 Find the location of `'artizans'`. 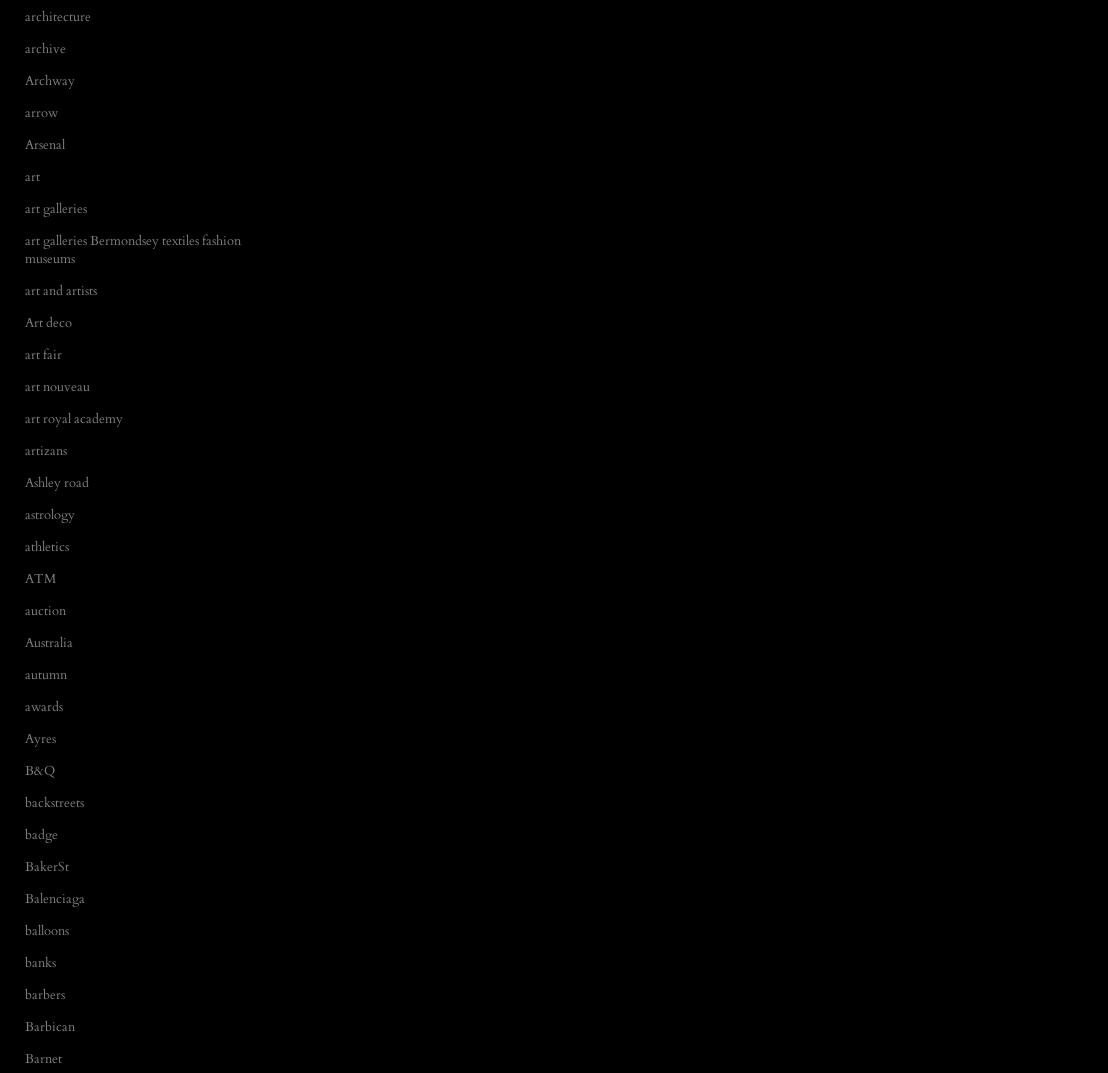

'artizans' is located at coordinates (45, 450).